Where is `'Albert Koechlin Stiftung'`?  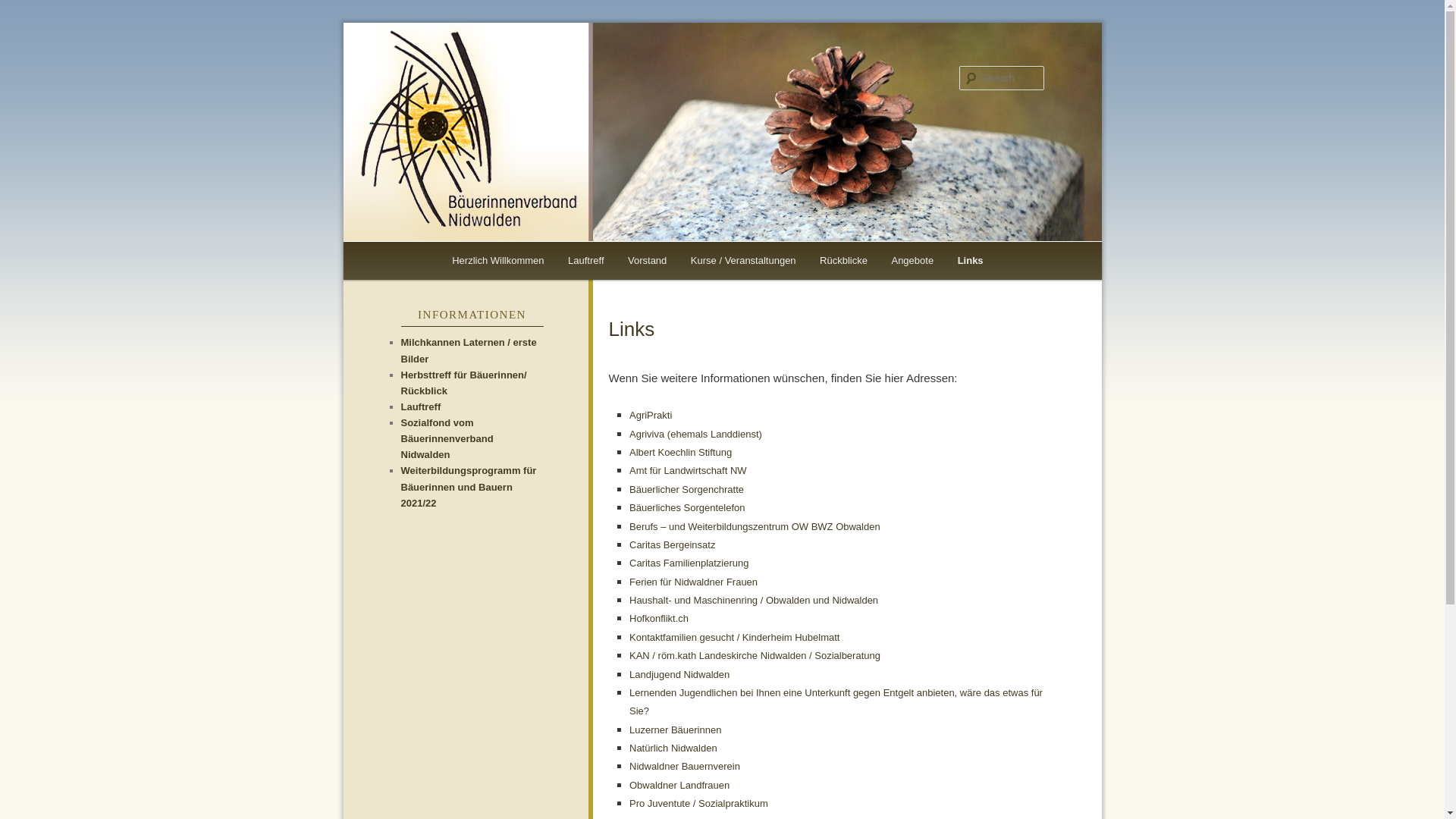 'Albert Koechlin Stiftung' is located at coordinates (679, 451).